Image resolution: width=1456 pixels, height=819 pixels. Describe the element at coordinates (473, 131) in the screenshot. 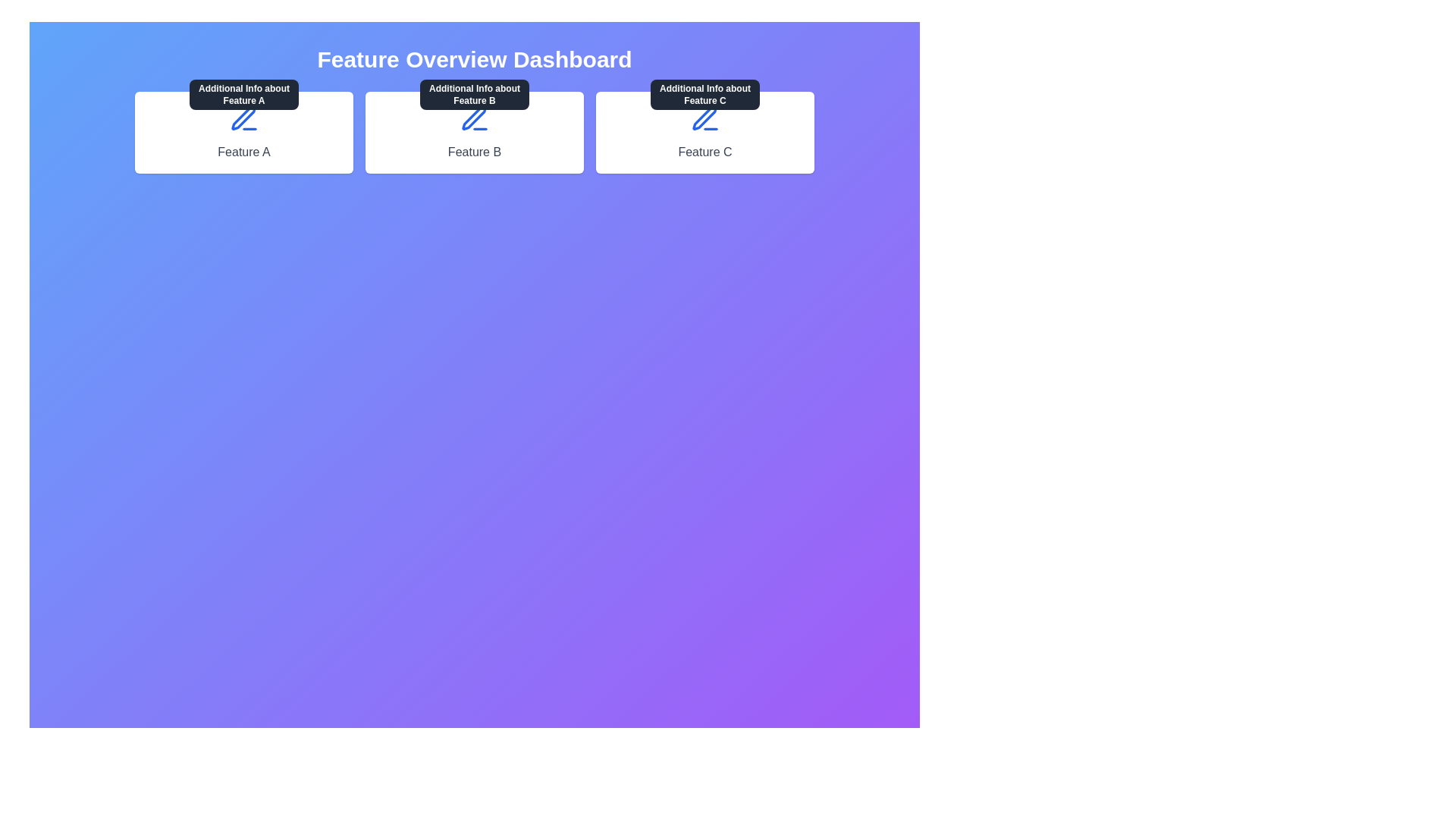

I see `the card component labeled 'Feature B', which is the second card in a 3-column grid layout, featuring a white background, rounded corners, and a pen-like decorative icon at its center` at that location.